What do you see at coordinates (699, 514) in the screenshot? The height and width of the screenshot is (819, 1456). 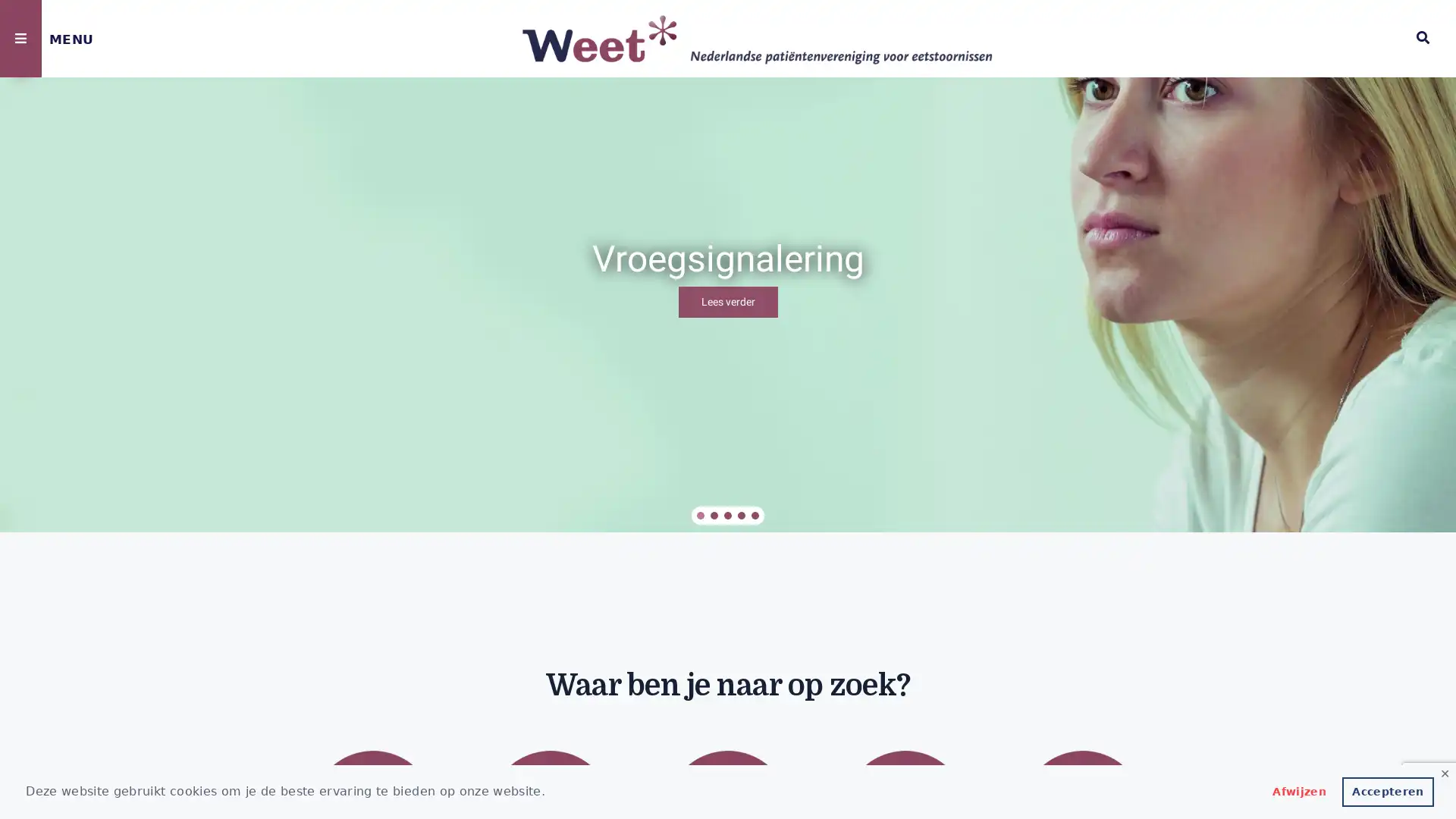 I see `Vroegsignalering` at bounding box center [699, 514].